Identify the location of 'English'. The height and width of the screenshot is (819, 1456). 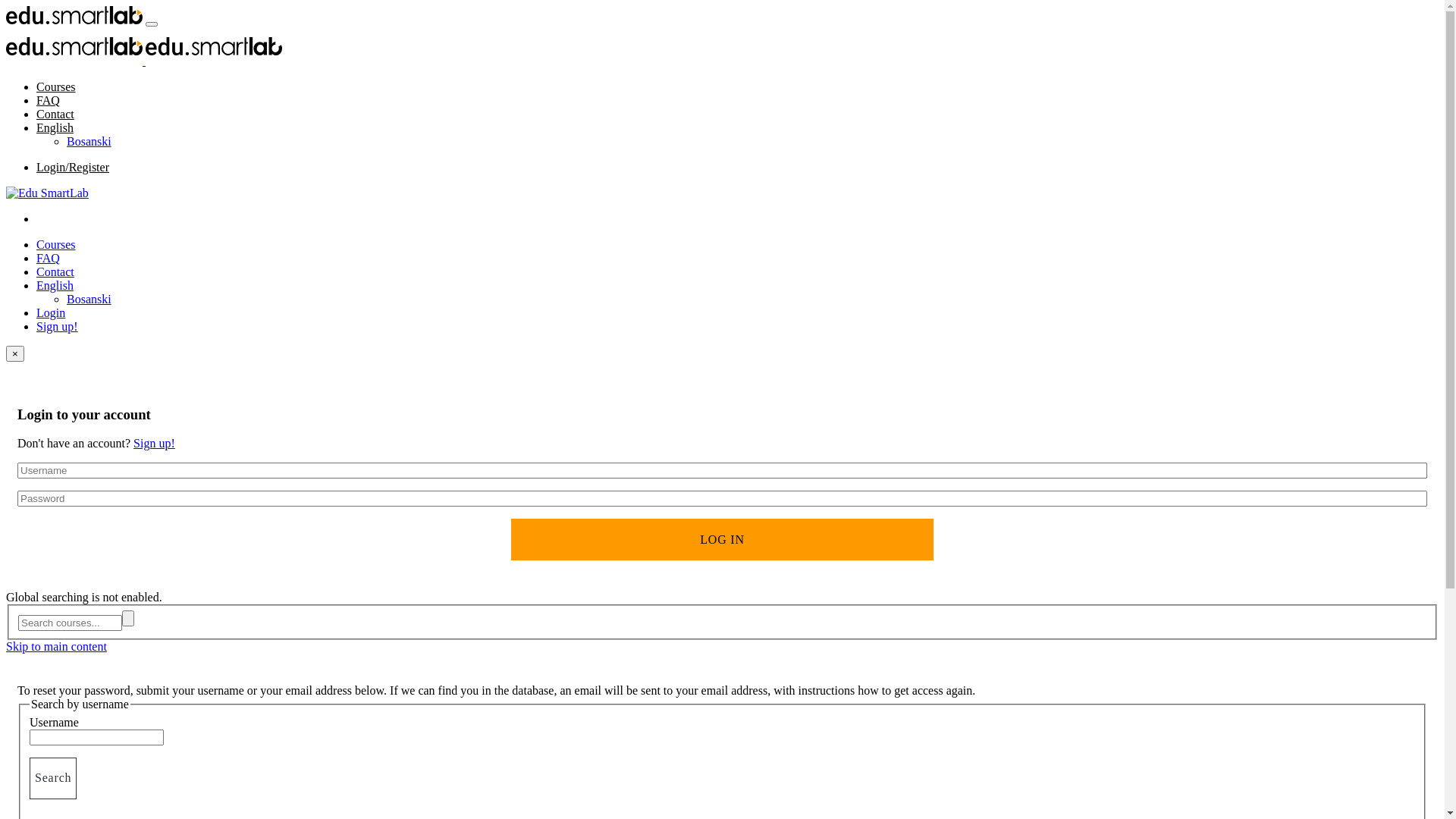
(55, 127).